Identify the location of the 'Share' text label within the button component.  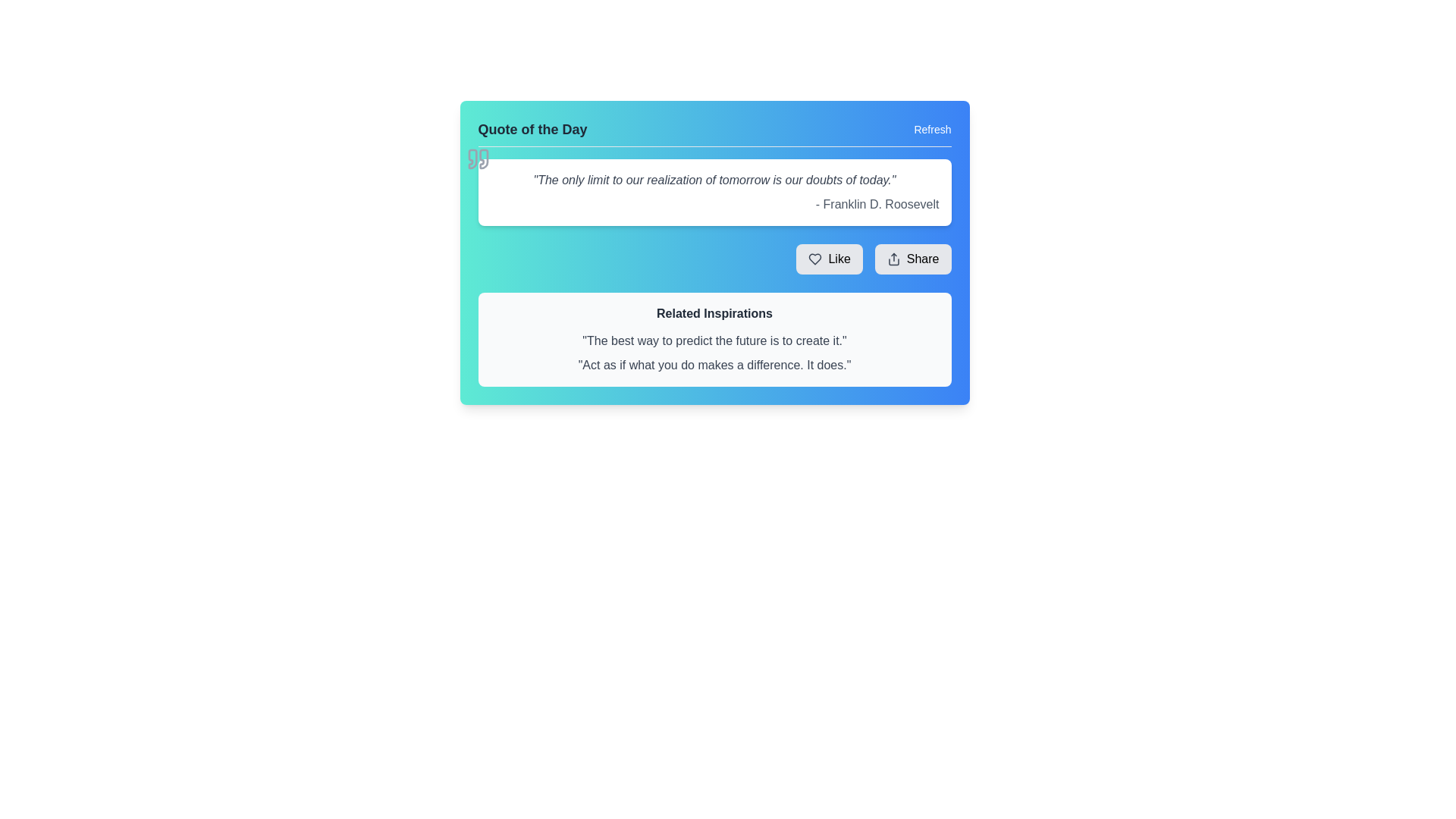
(922, 259).